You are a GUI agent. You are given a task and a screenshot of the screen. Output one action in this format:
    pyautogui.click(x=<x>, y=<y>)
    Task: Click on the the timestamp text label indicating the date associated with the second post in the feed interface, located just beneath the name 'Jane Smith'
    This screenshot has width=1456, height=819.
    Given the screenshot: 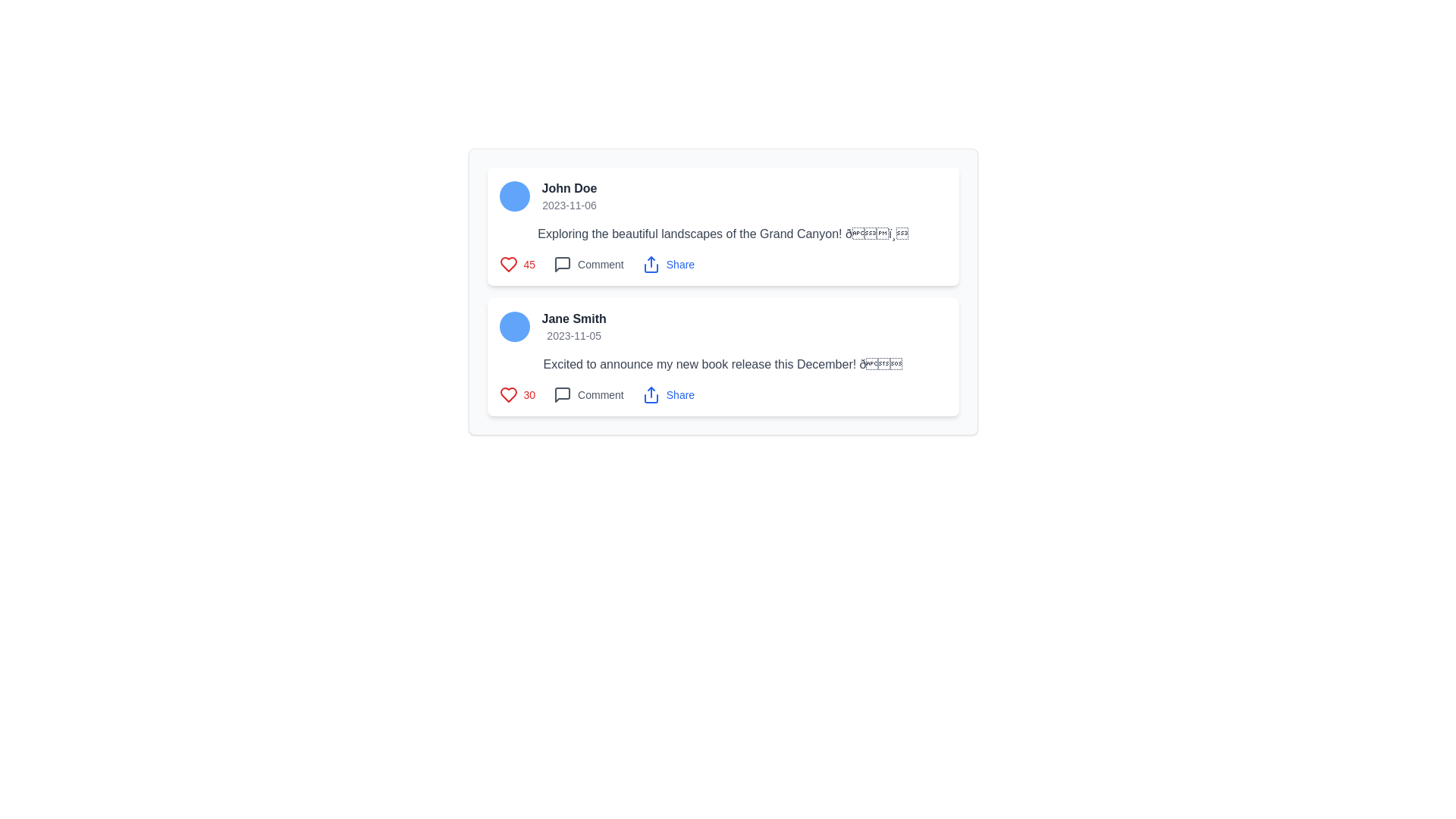 What is the action you would take?
    pyautogui.click(x=573, y=335)
    